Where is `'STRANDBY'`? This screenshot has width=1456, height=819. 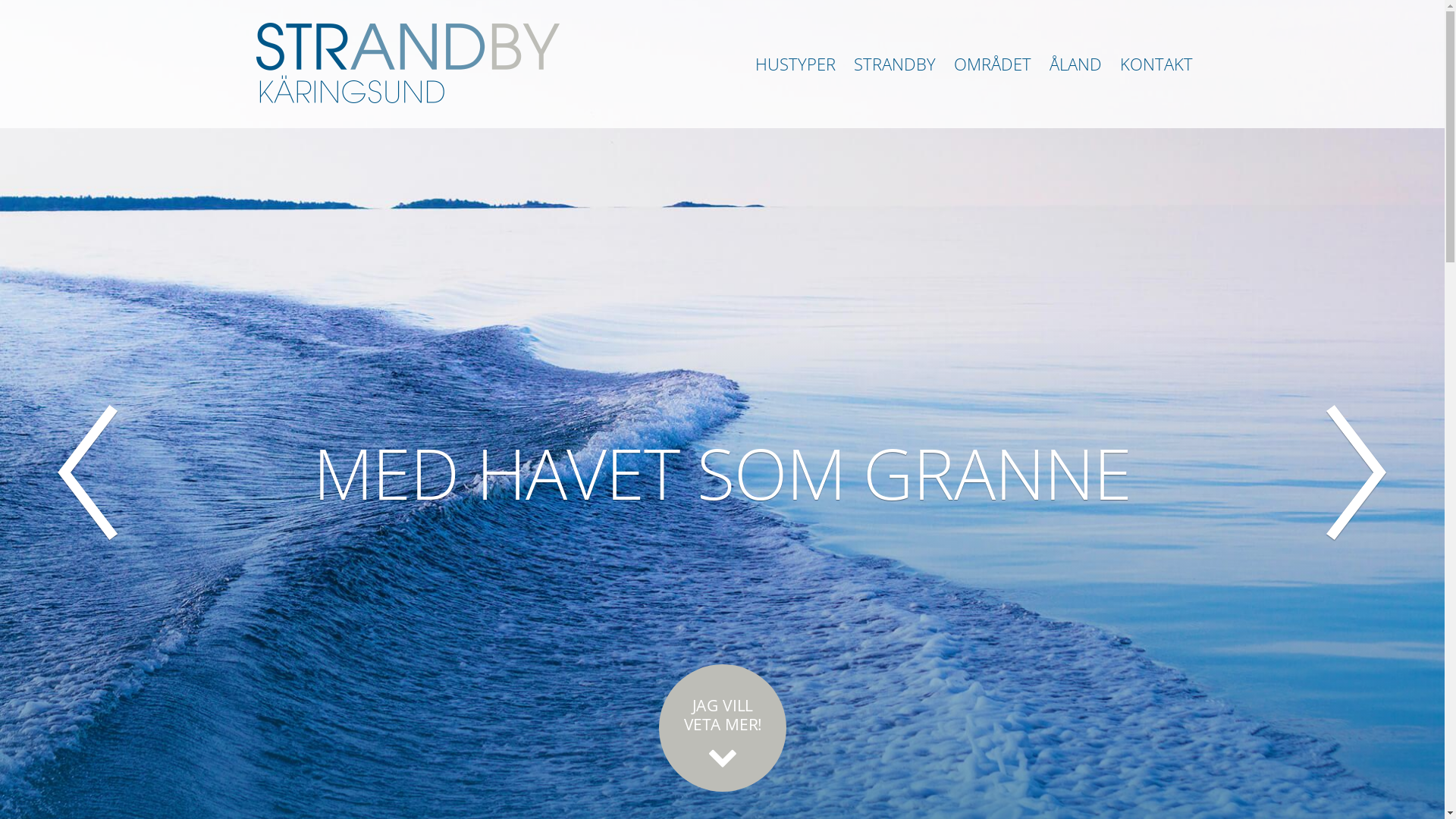
'STRANDBY' is located at coordinates (895, 63).